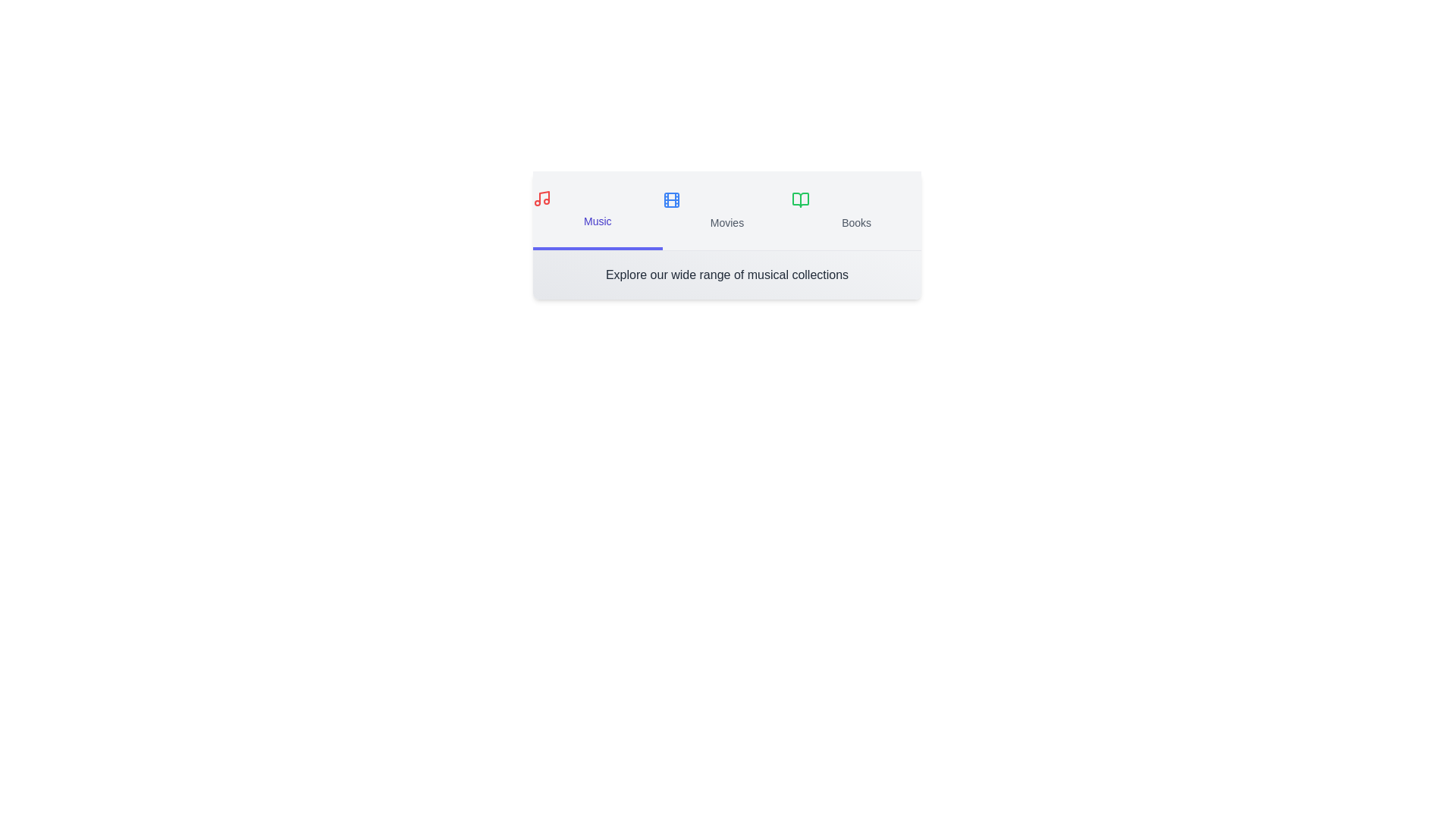 The image size is (1456, 819). What do you see at coordinates (855, 210) in the screenshot?
I see `the tab labeled 'Books' to display its description` at bounding box center [855, 210].